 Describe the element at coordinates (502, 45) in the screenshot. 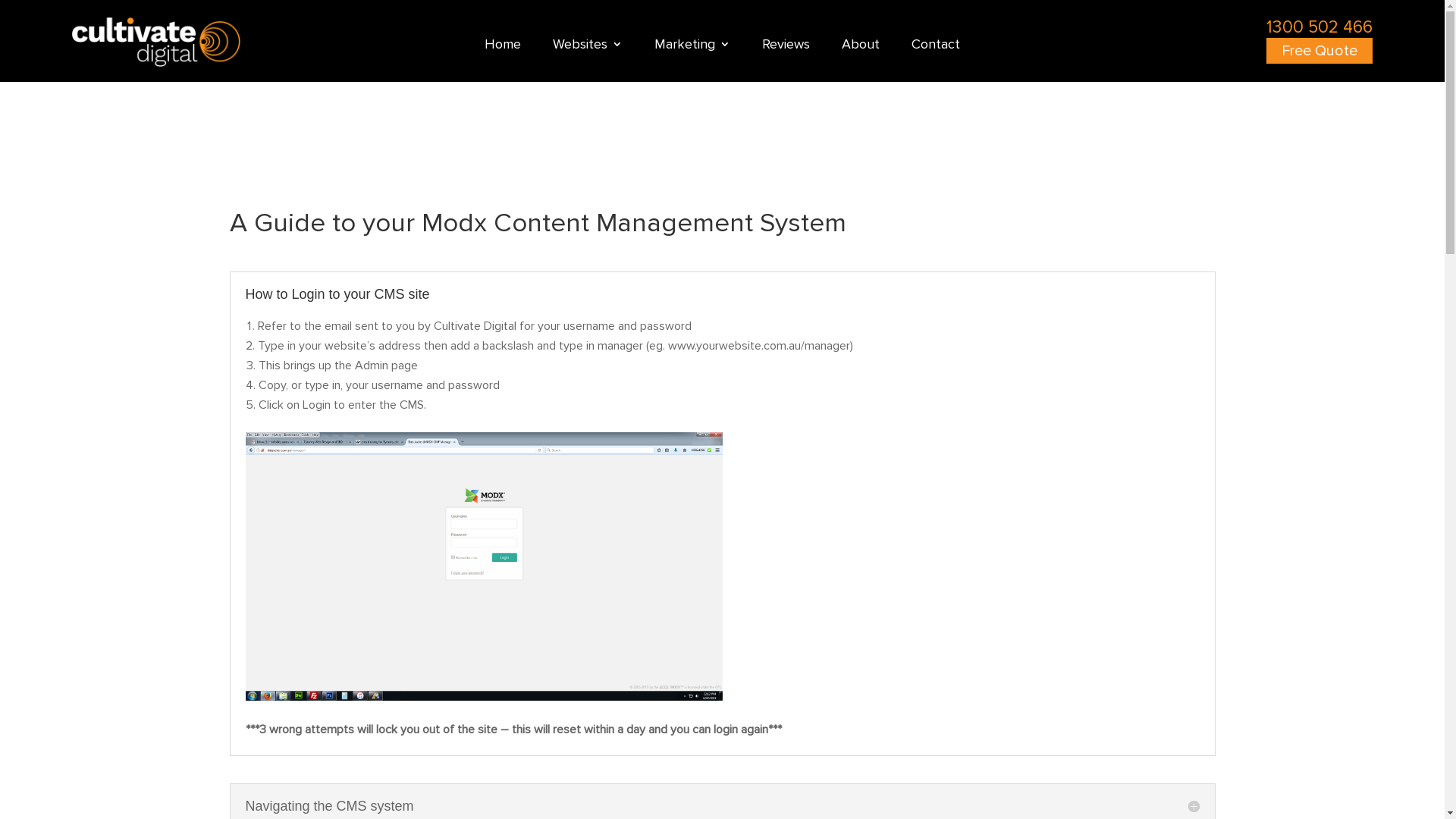

I see `'Home'` at that location.